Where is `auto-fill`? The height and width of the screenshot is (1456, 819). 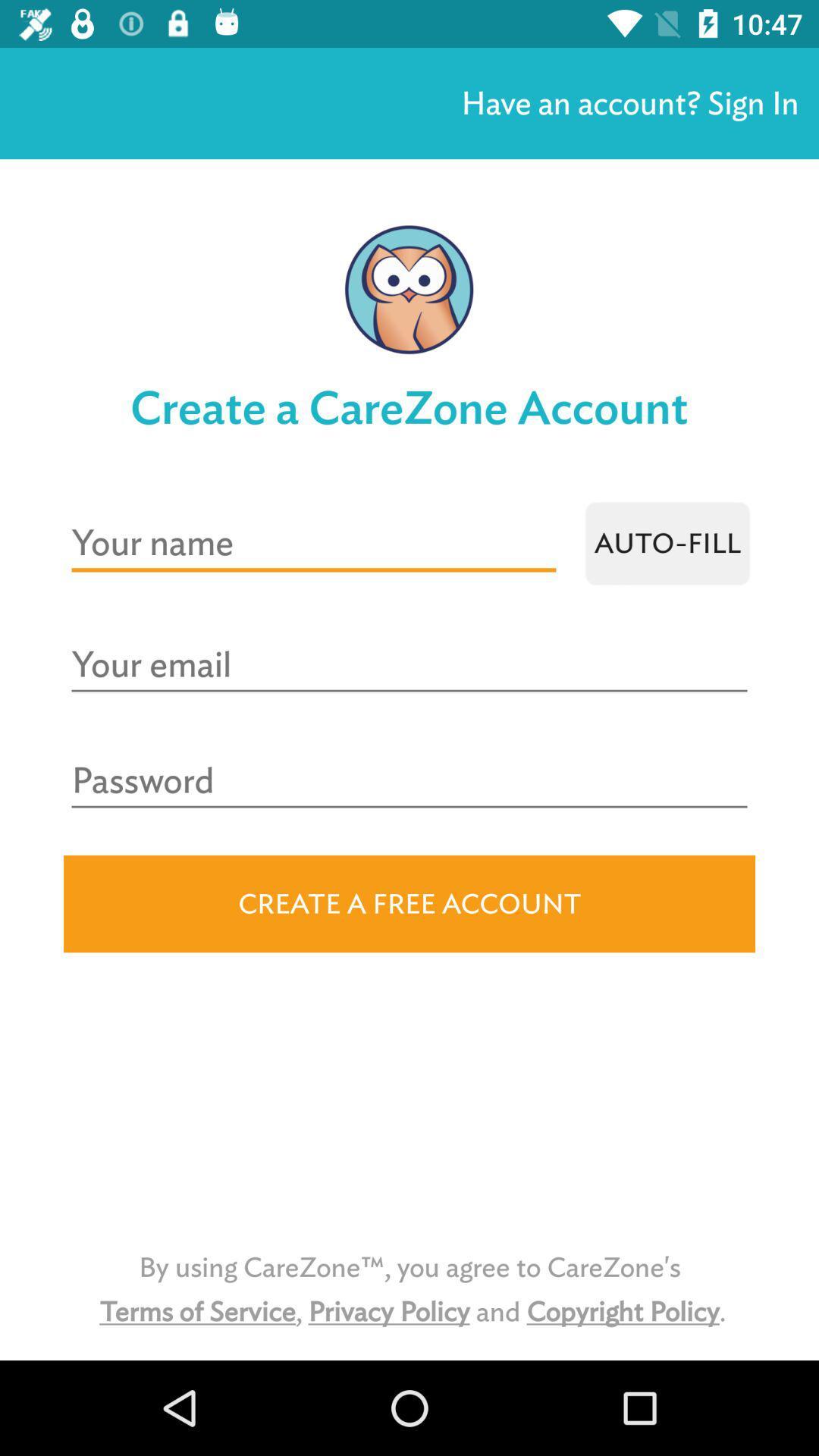 auto-fill is located at coordinates (667, 543).